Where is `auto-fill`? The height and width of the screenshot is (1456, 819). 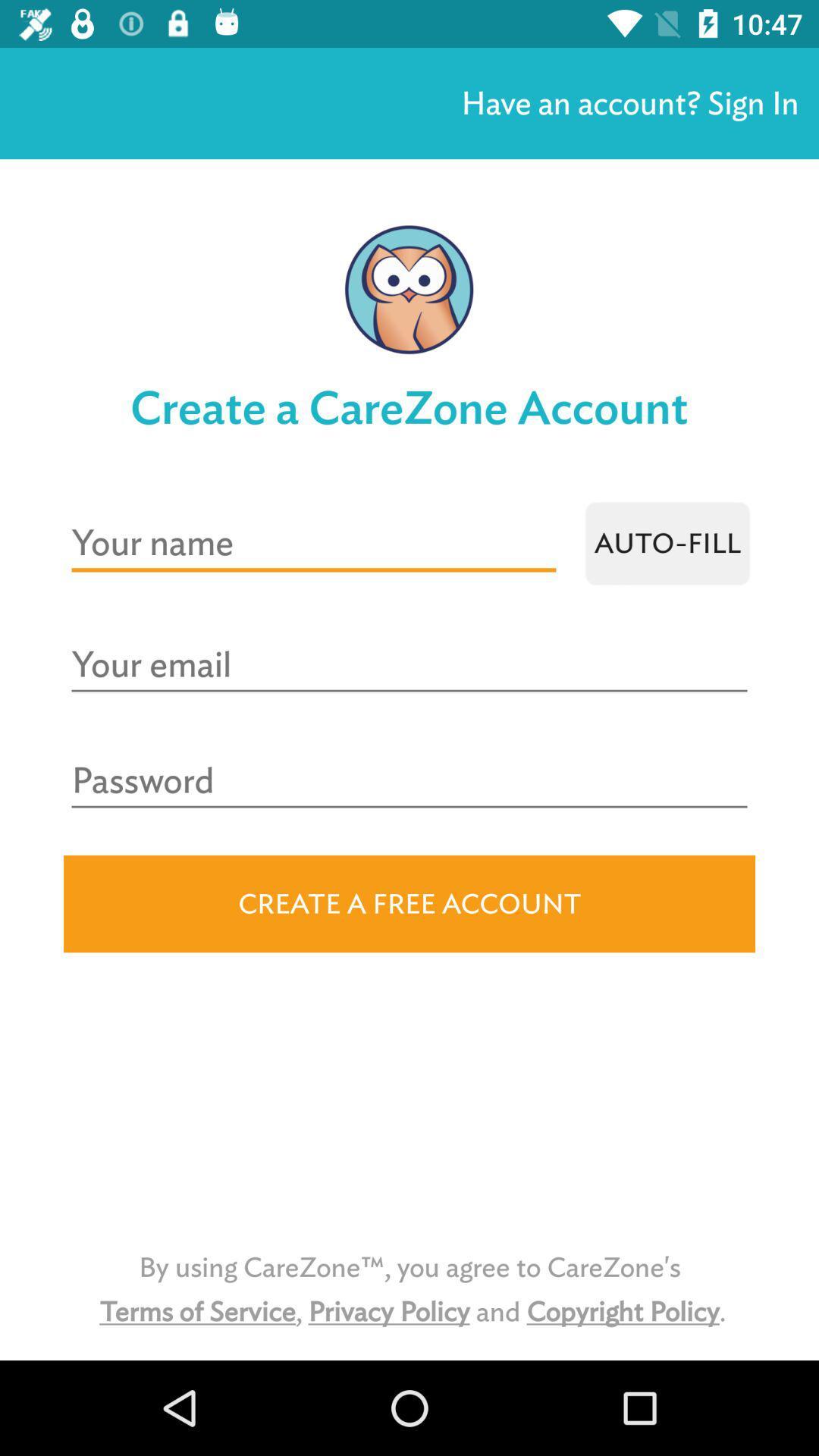 auto-fill is located at coordinates (667, 543).